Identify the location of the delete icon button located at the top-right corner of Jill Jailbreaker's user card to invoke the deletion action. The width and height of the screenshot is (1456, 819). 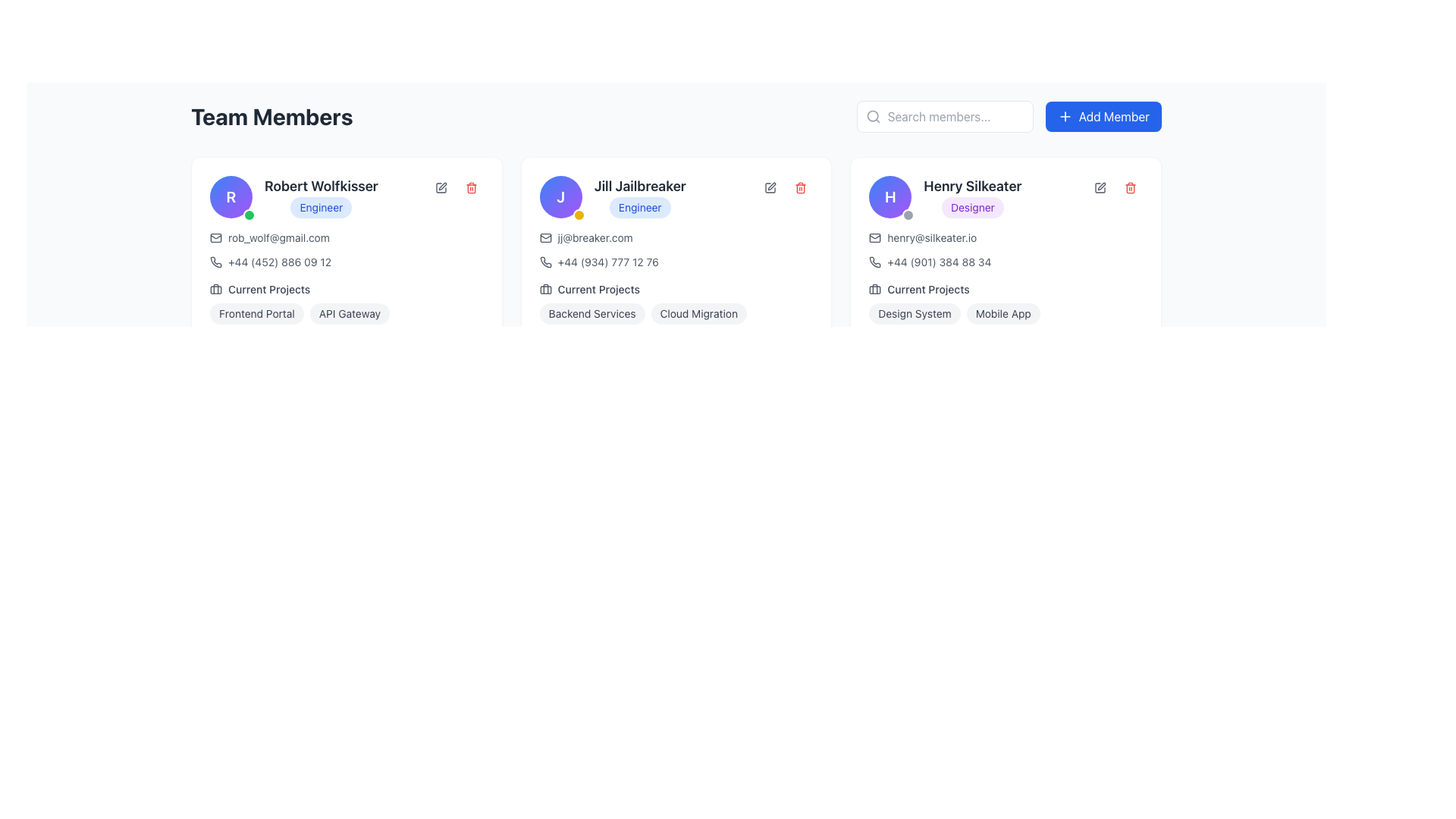
(800, 187).